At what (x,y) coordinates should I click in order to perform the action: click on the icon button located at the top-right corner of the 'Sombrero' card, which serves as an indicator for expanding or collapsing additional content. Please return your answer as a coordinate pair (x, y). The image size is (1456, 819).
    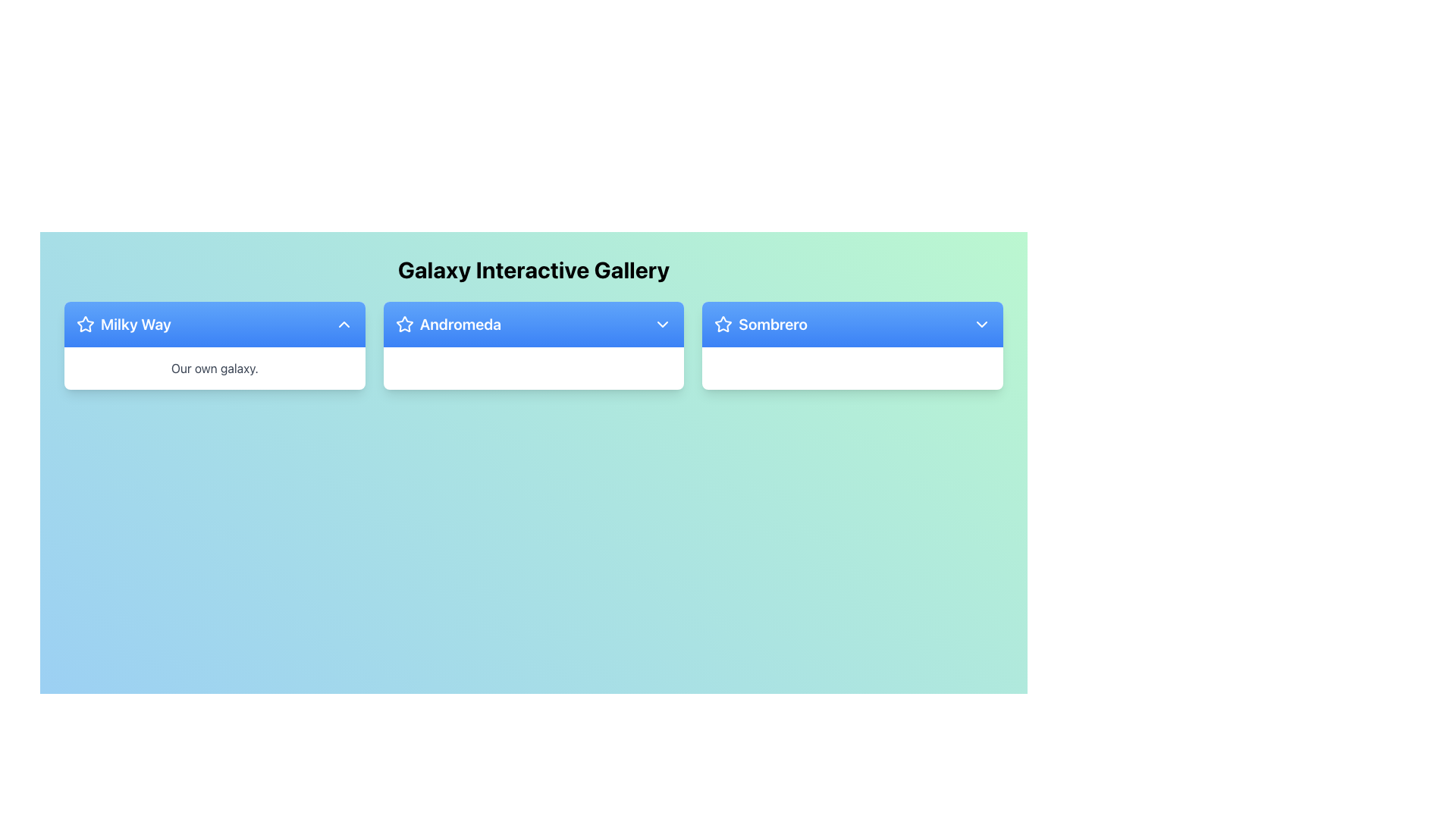
    Looking at the image, I should click on (982, 324).